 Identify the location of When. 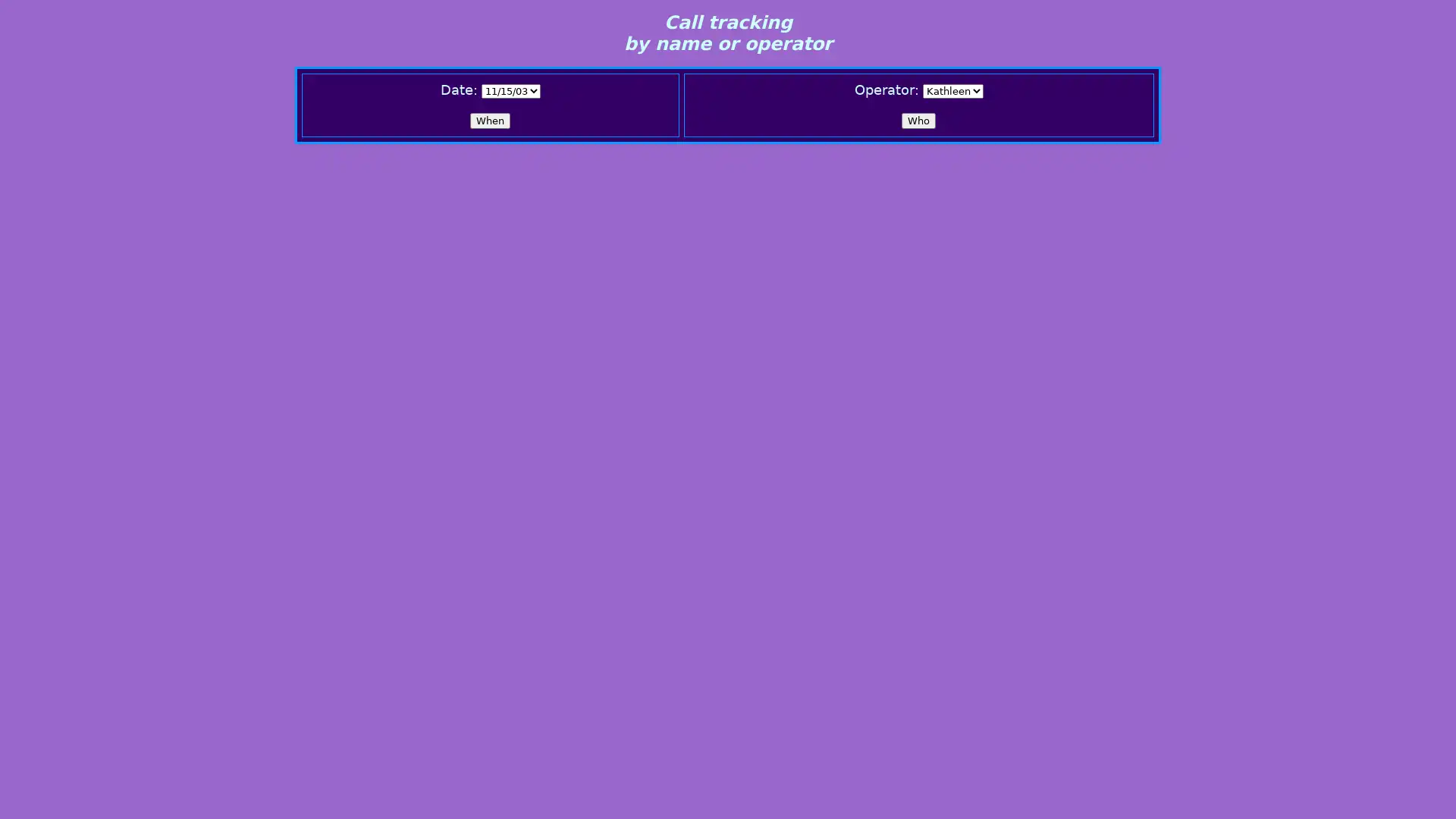
(490, 120).